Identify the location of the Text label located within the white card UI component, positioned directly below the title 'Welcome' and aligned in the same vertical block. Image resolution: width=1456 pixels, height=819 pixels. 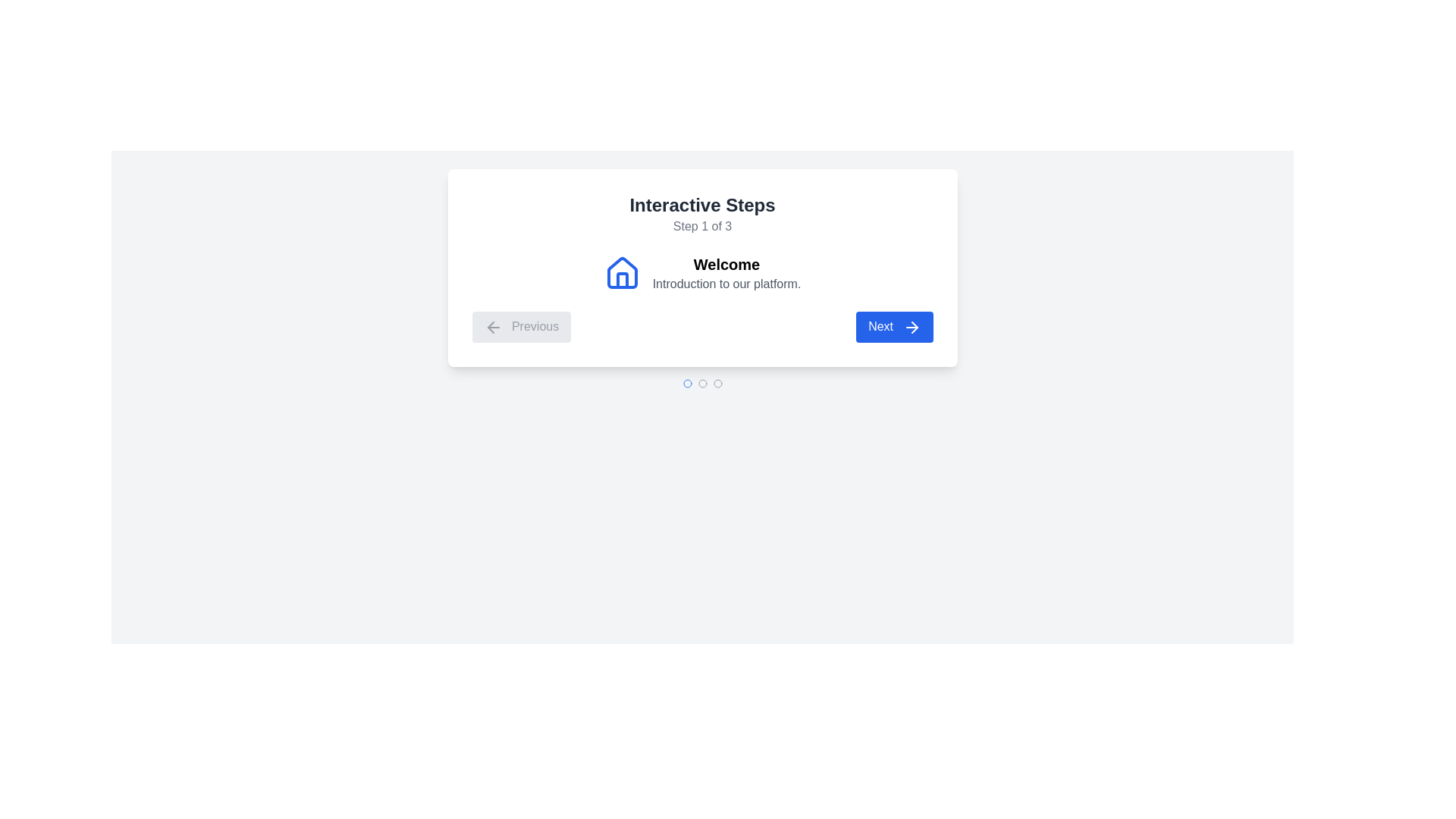
(726, 284).